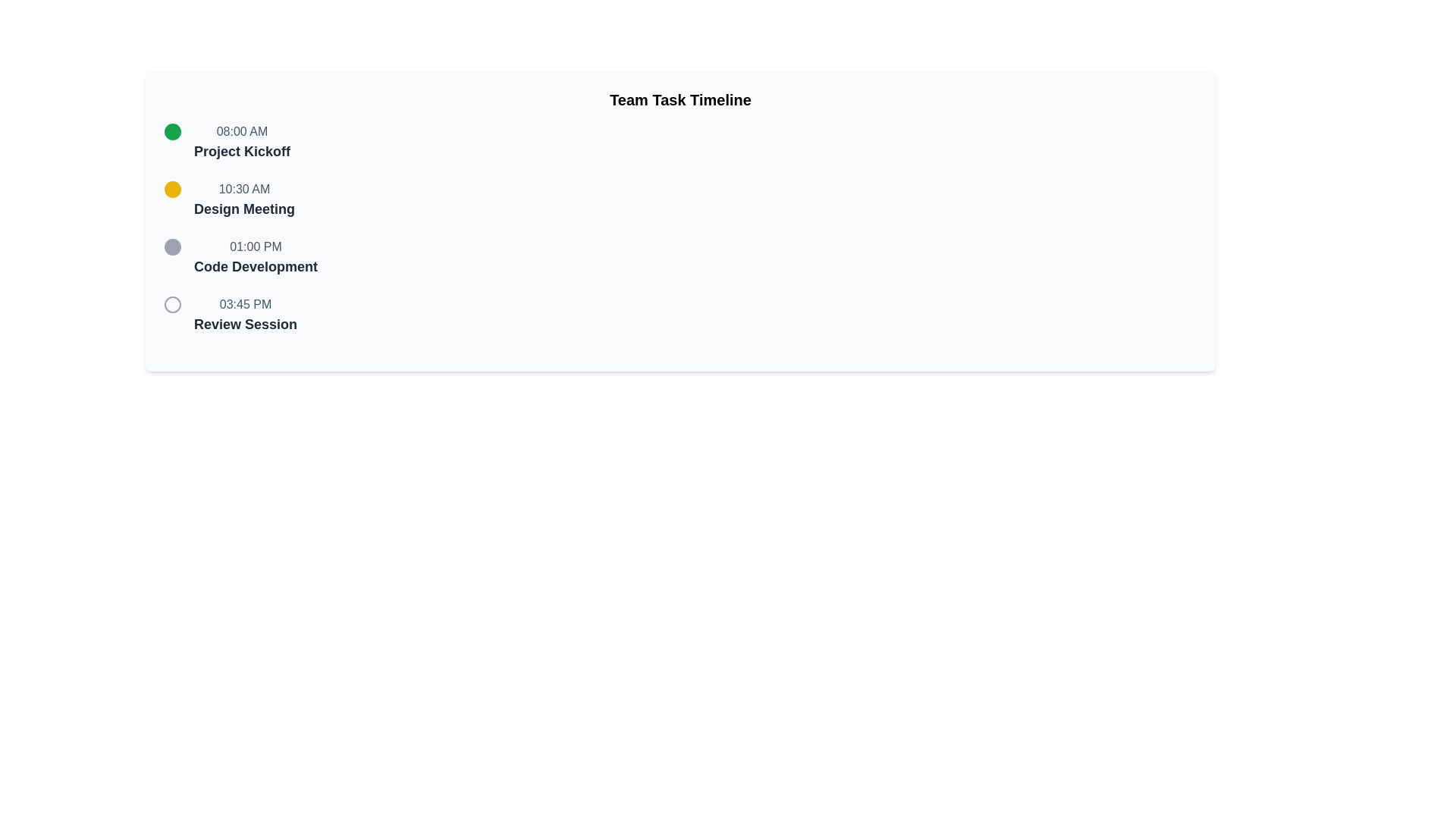 Image resolution: width=1456 pixels, height=819 pixels. What do you see at coordinates (256, 265) in the screenshot?
I see `the Text Label that describes the timeline entry for '01:00 PM', which indicates the scheduled activity 'Code Development'` at bounding box center [256, 265].